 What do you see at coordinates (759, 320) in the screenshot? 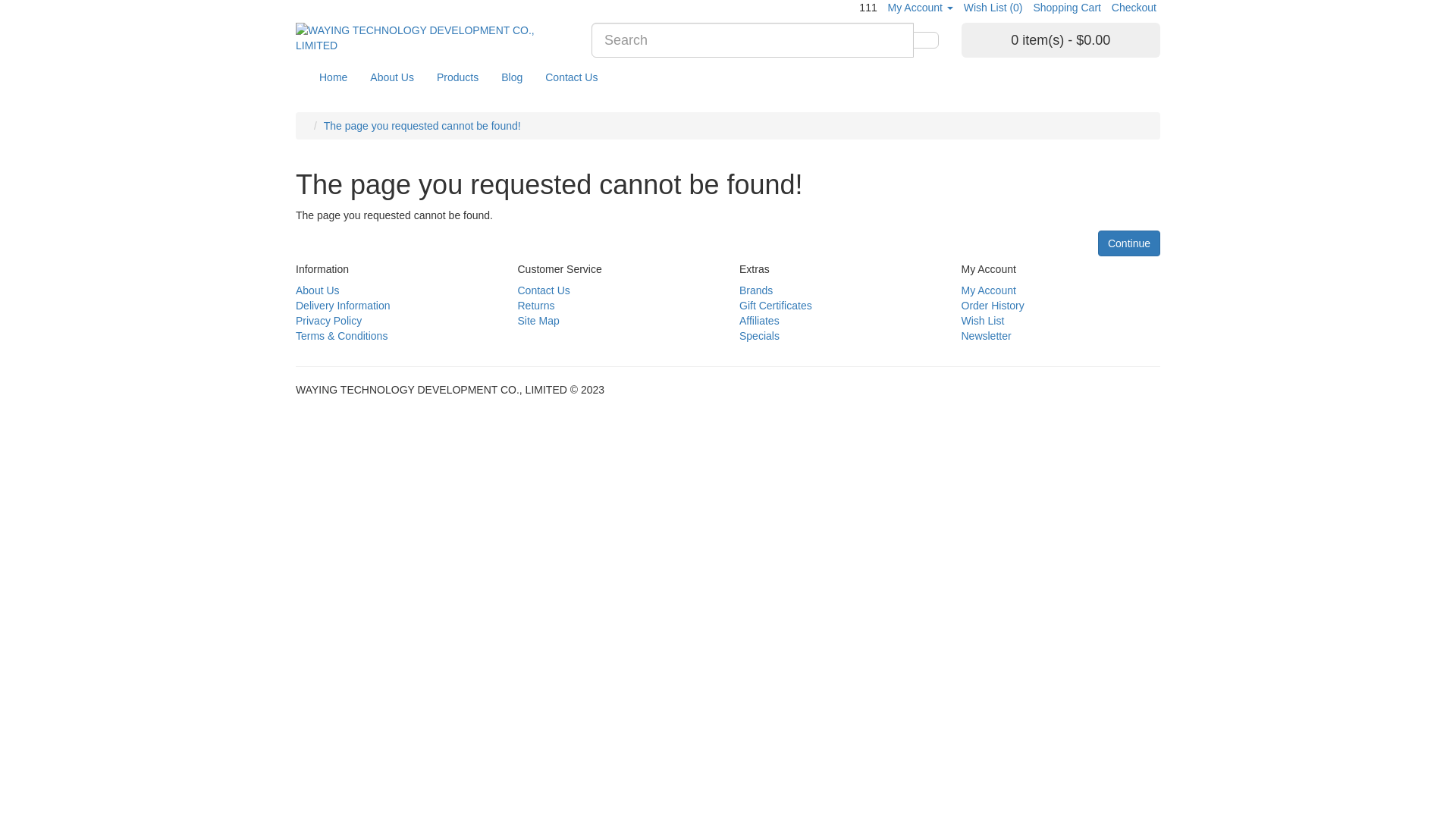
I see `'Affiliates'` at bounding box center [759, 320].